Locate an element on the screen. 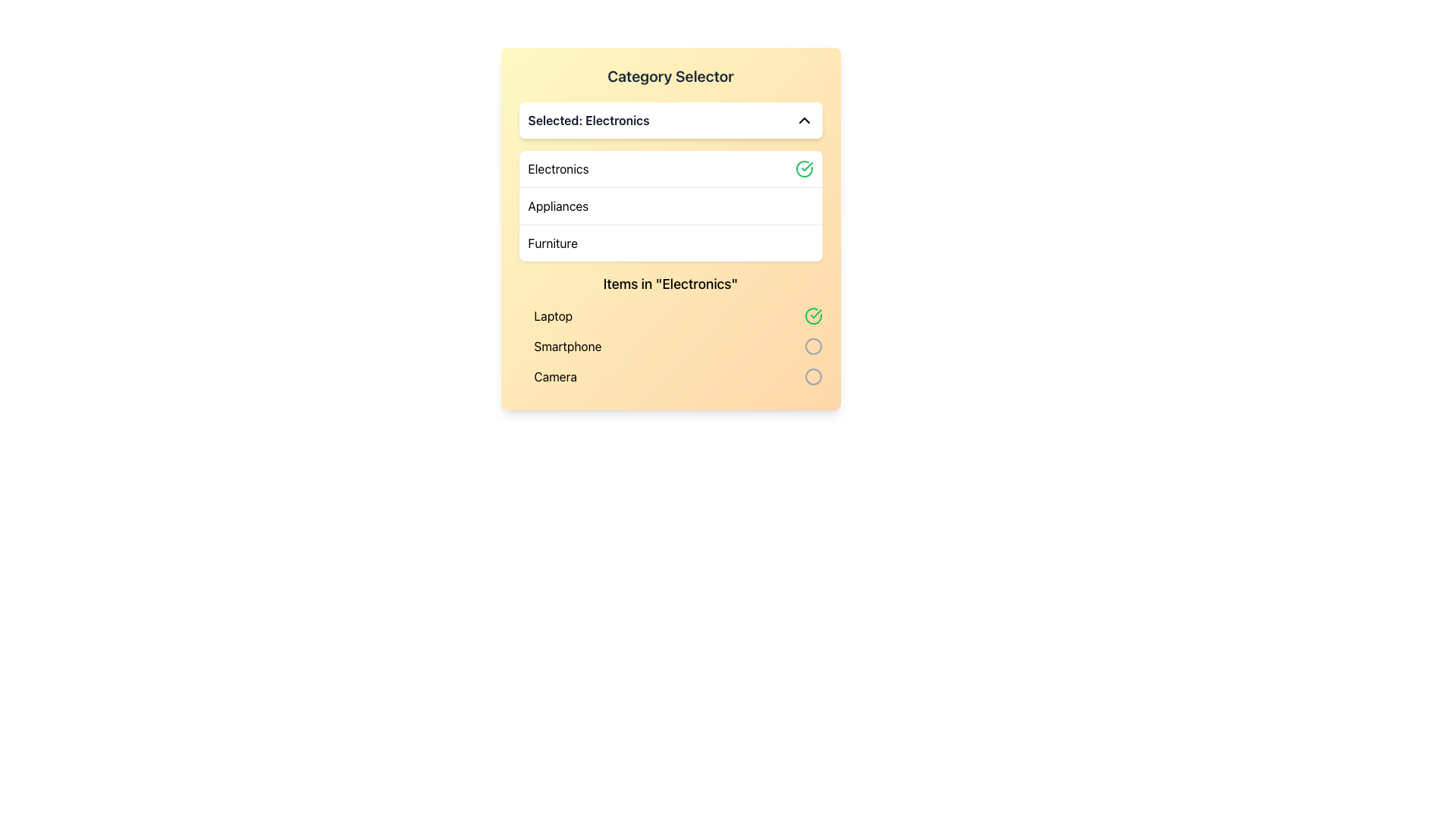  the Text Label displaying 'Items in "Electronics"' which is styled with a medium font size and located below the category selection menu is located at coordinates (670, 284).